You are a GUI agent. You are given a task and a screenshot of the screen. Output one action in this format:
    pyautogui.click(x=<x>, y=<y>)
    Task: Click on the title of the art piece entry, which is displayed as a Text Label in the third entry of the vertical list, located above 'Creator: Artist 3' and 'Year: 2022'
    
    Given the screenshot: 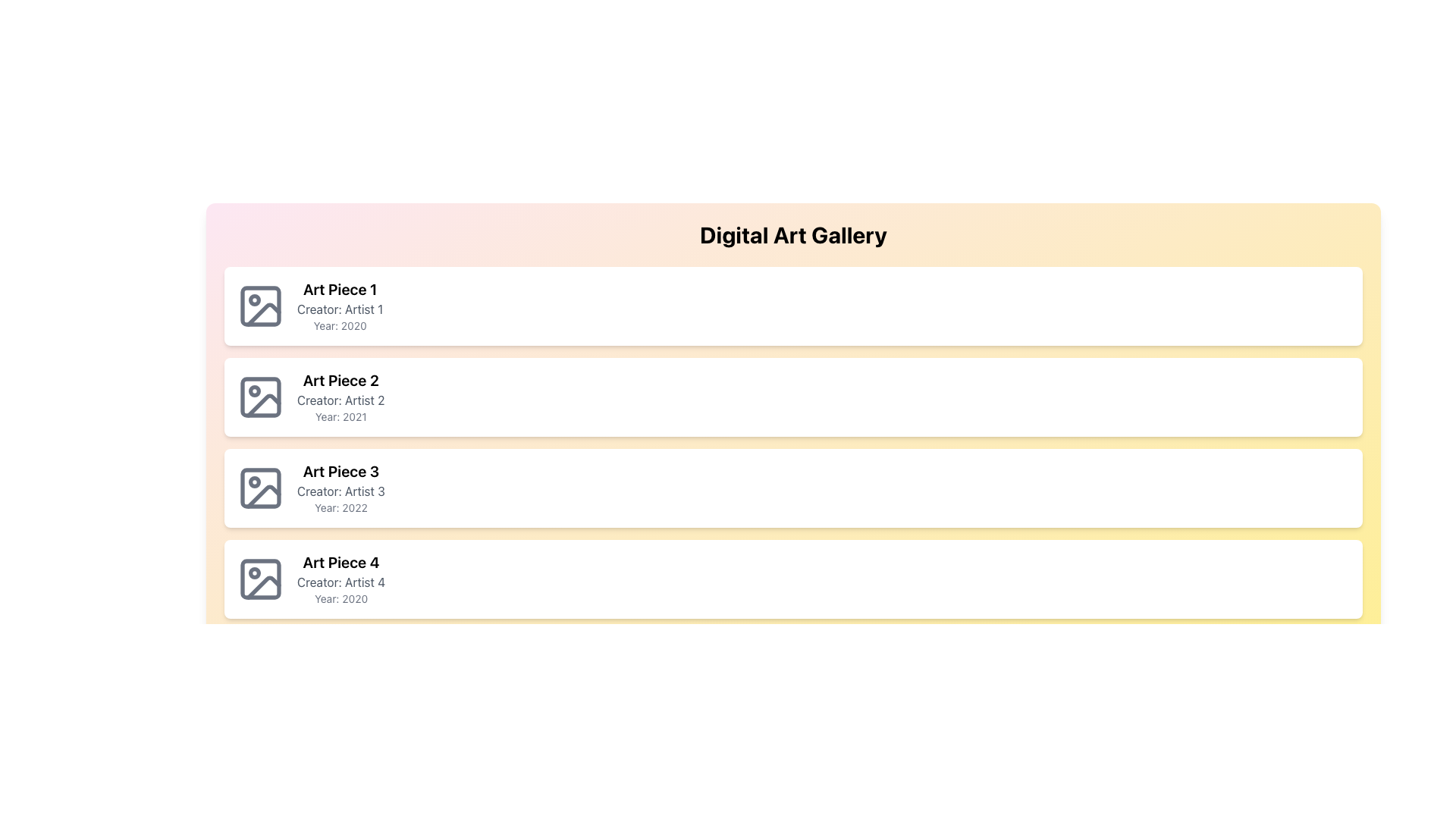 What is the action you would take?
    pyautogui.click(x=340, y=470)
    